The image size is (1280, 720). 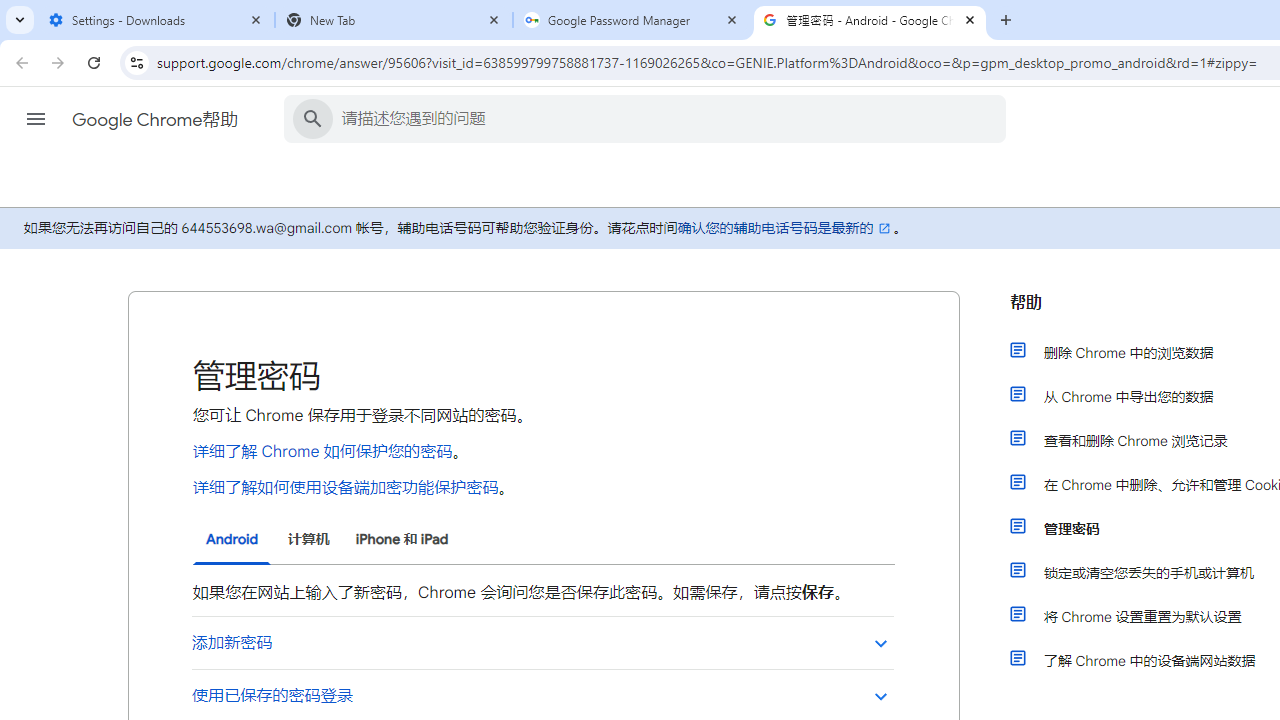 What do you see at coordinates (631, 20) in the screenshot?
I see `'Google Password Manager'` at bounding box center [631, 20].